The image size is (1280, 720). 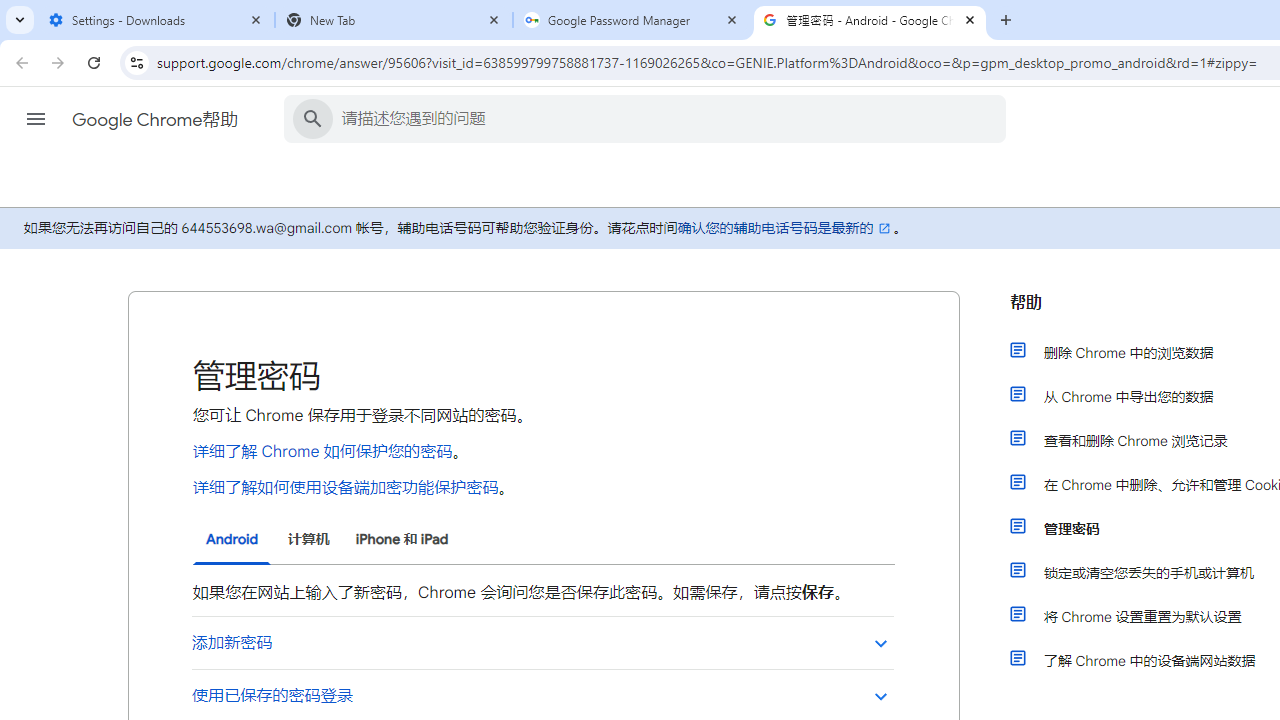 What do you see at coordinates (631, 20) in the screenshot?
I see `'Google Password Manager'` at bounding box center [631, 20].